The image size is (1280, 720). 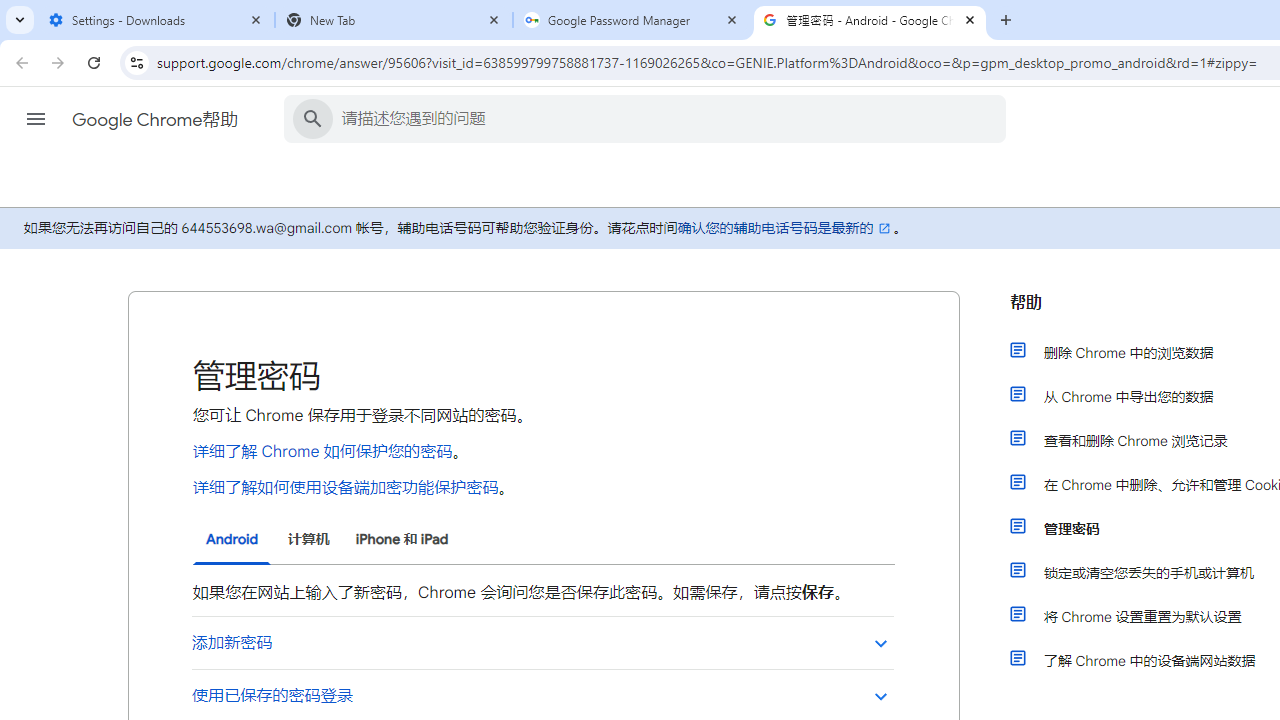 What do you see at coordinates (631, 20) in the screenshot?
I see `'Google Password Manager'` at bounding box center [631, 20].